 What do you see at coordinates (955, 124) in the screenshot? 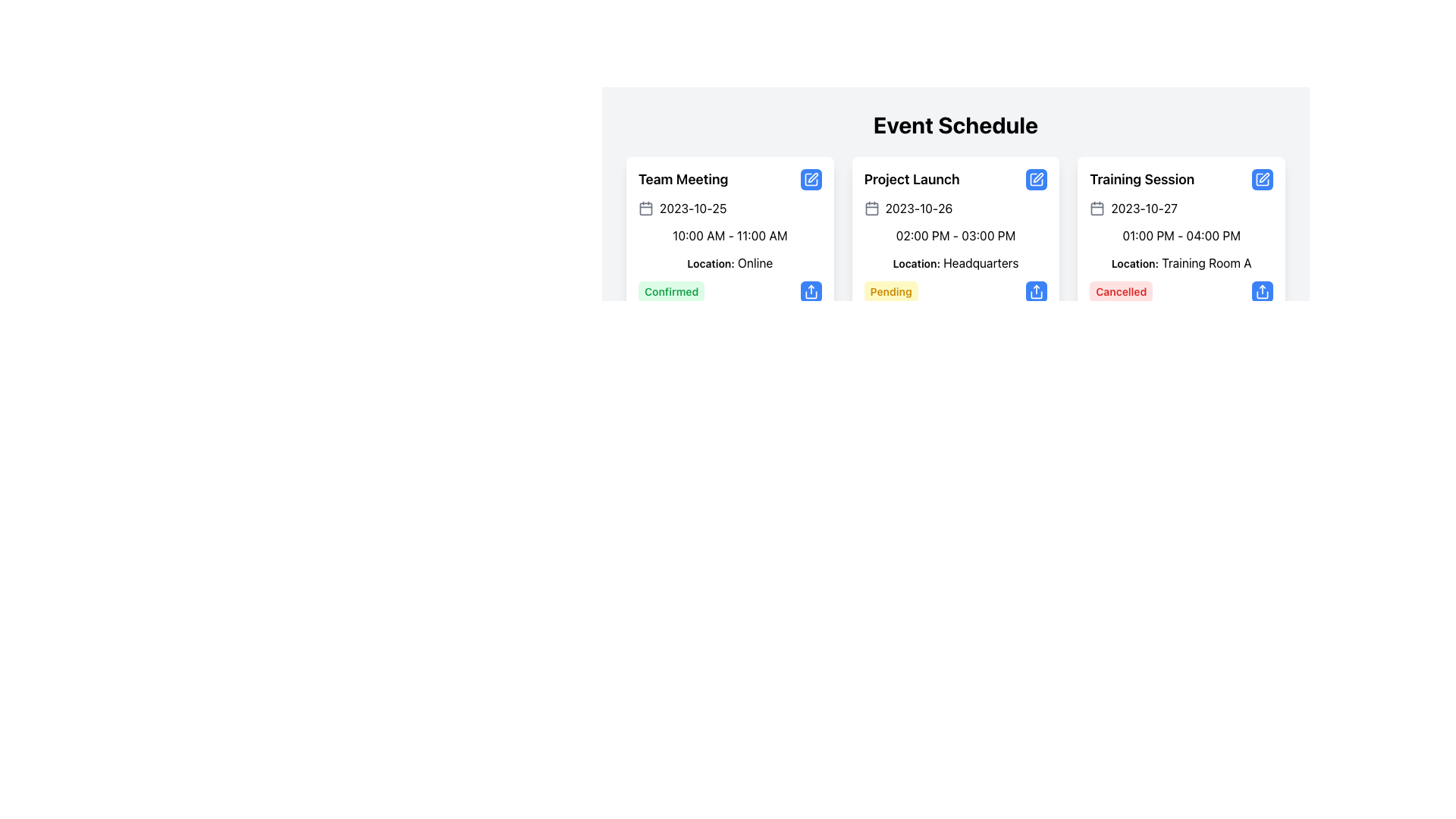
I see `the prominently displayed header text reading 'Event Schedule', which is styled with a large, bold font and positioned at the top of the event details section` at bounding box center [955, 124].